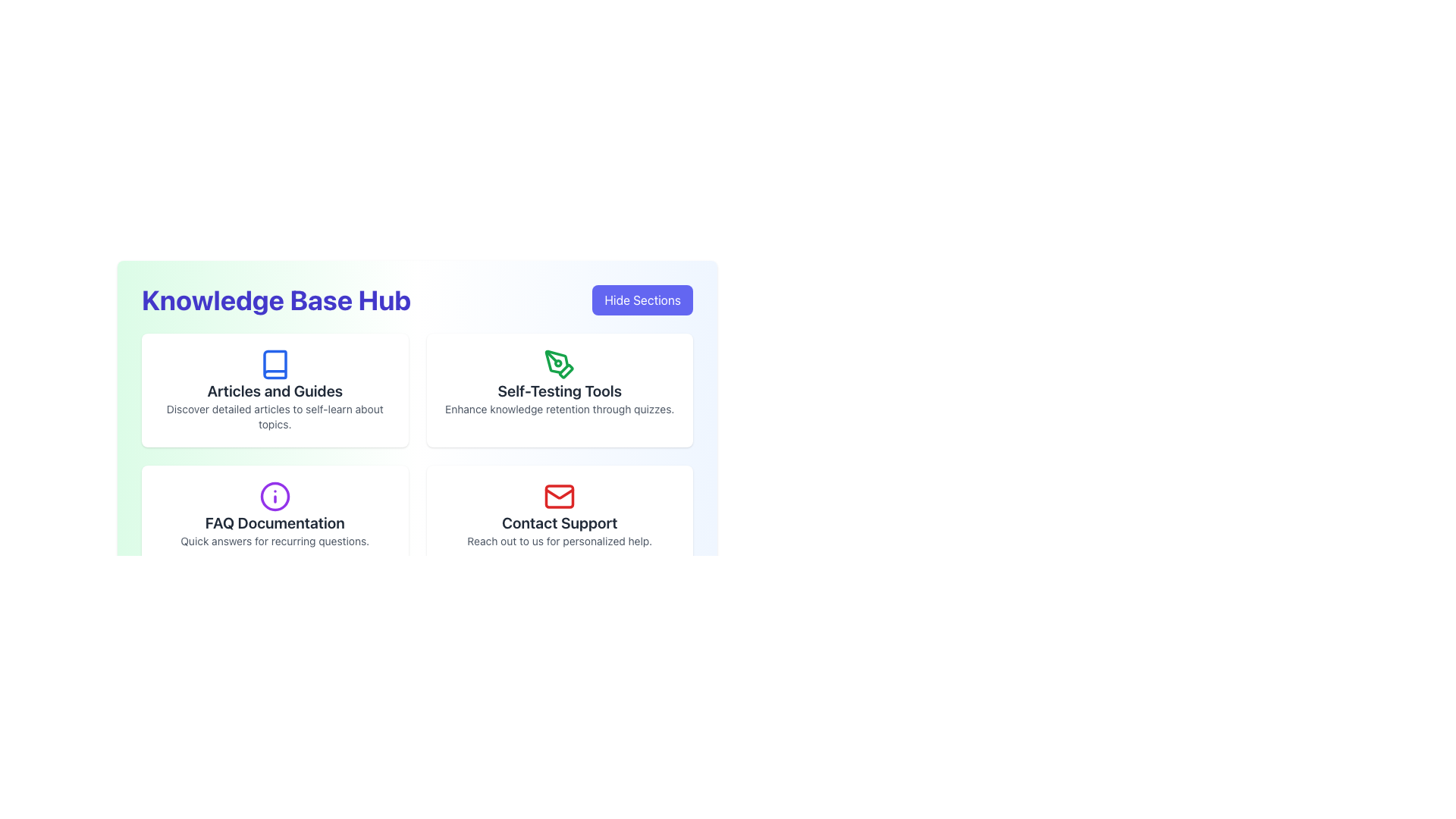 This screenshot has width=1456, height=819. I want to click on the purple button with bold white text reading 'Hide Sections' located in the top-right corner of the interface, so click(642, 300).